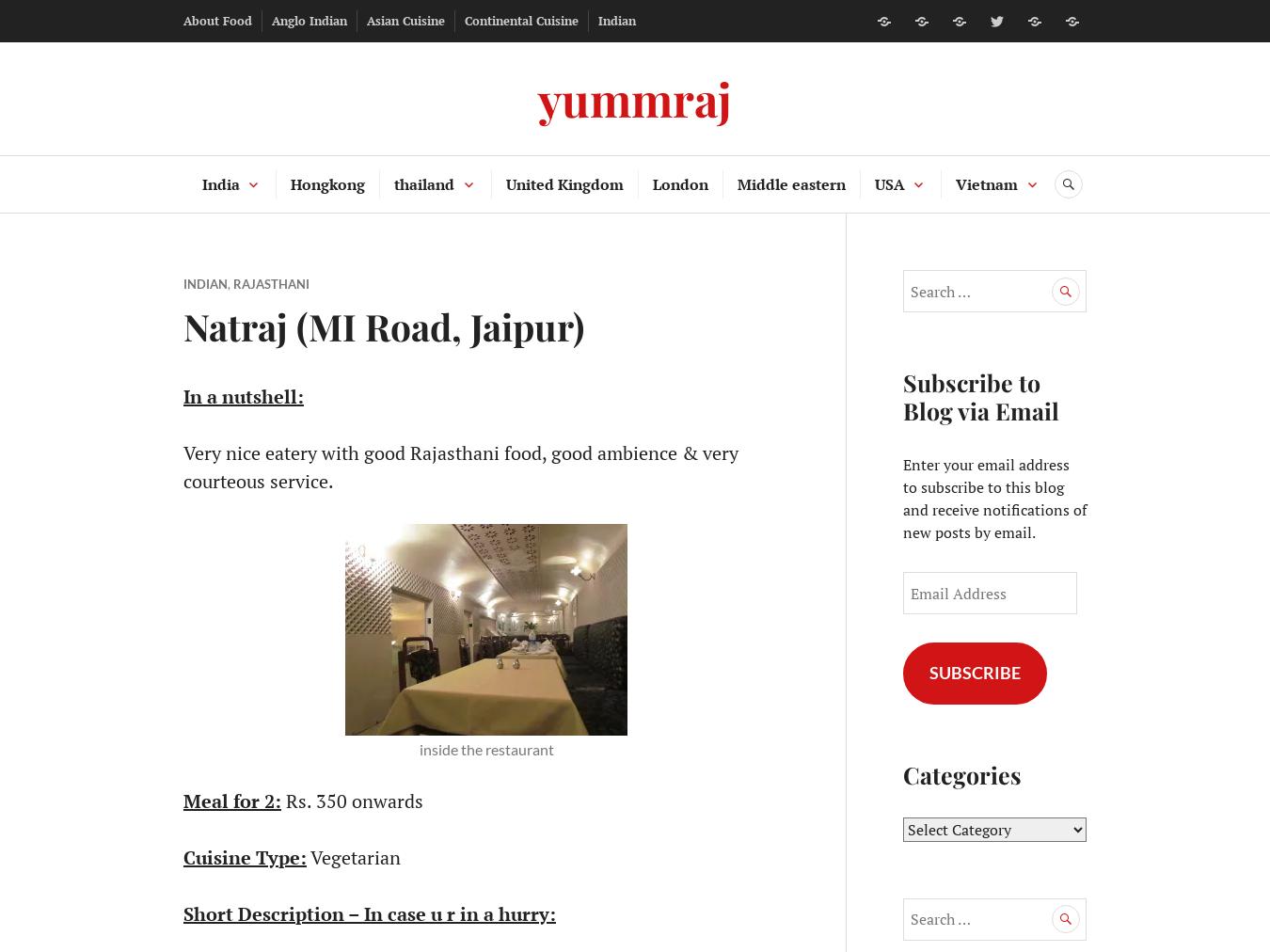  Describe the element at coordinates (994, 497) in the screenshot. I see `'Enter your email address to subscribe to this blog and receive notifications of new posts by email.'` at that location.